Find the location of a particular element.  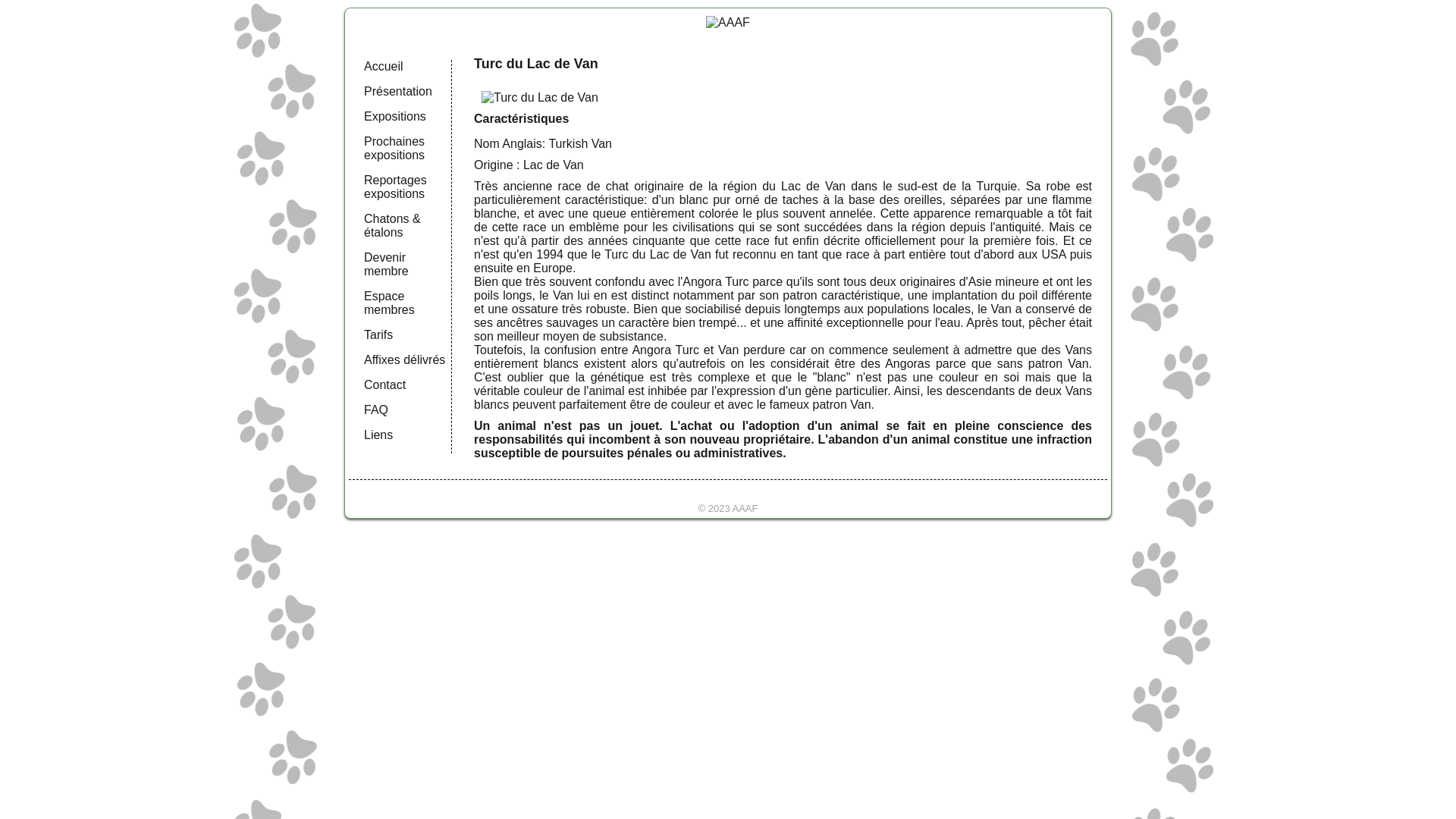

'Reportages expositions' is located at coordinates (395, 186).